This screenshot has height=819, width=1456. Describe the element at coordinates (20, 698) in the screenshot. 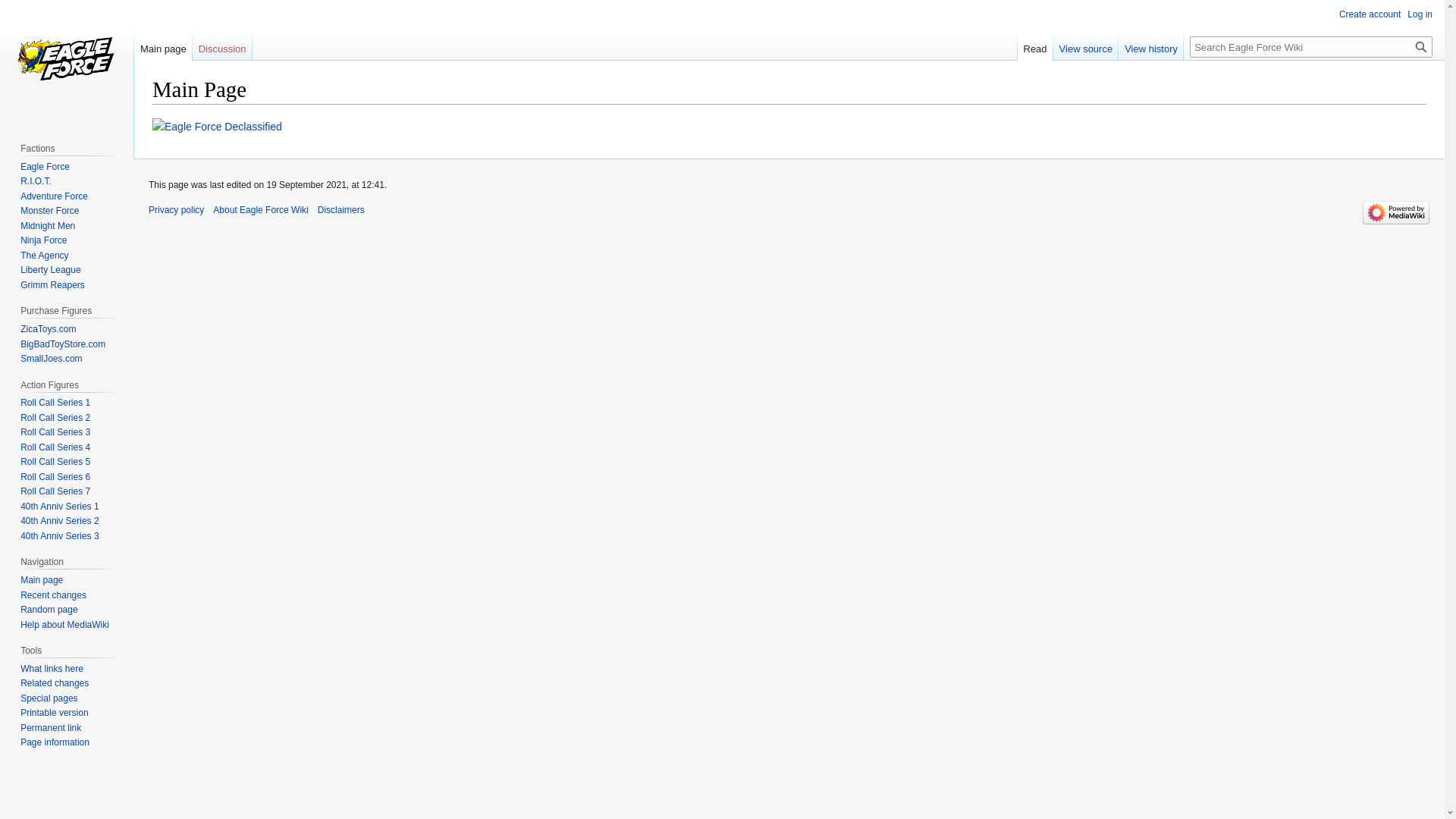

I see `'Special pages'` at that location.